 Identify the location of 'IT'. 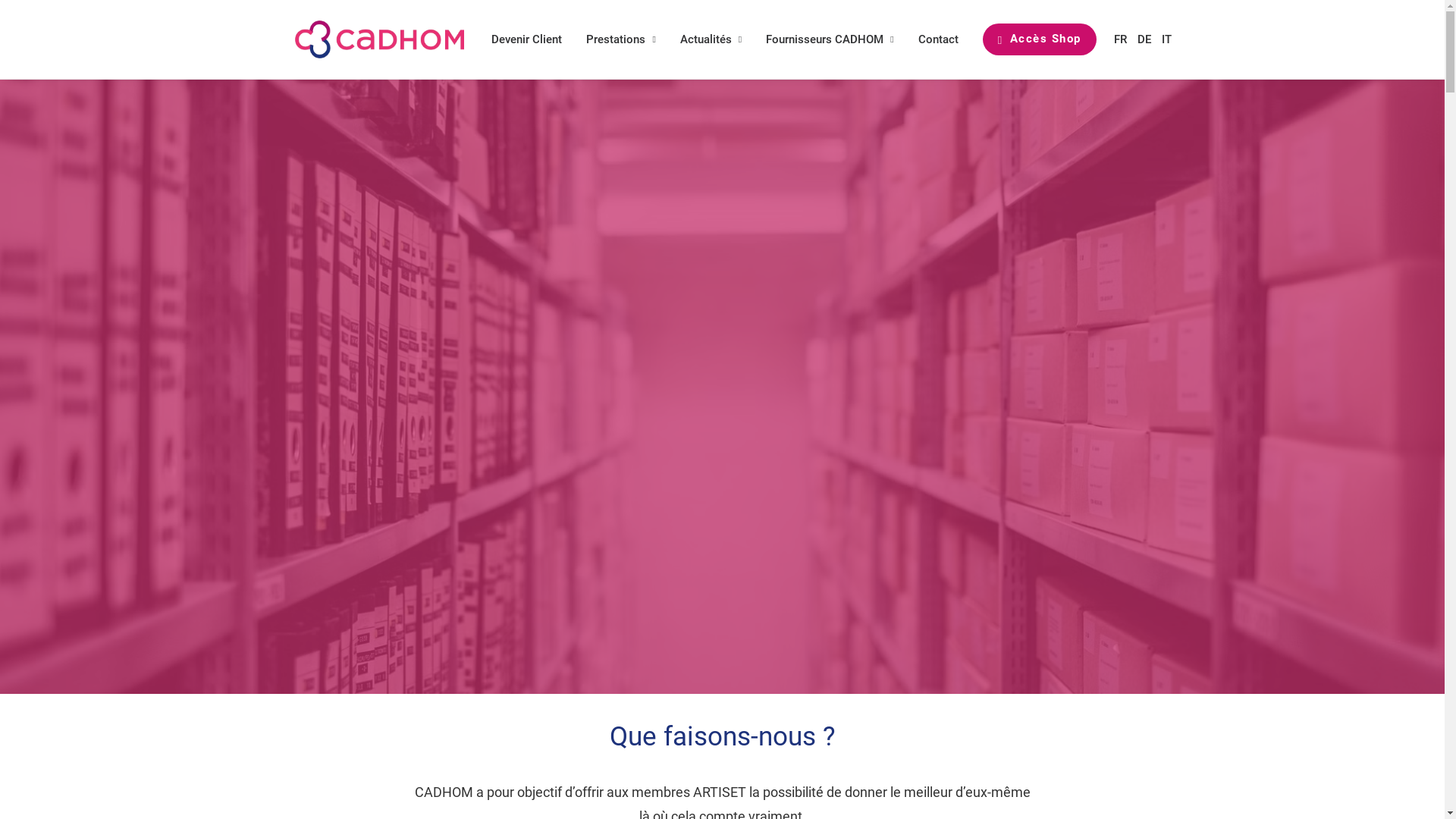
(1164, 38).